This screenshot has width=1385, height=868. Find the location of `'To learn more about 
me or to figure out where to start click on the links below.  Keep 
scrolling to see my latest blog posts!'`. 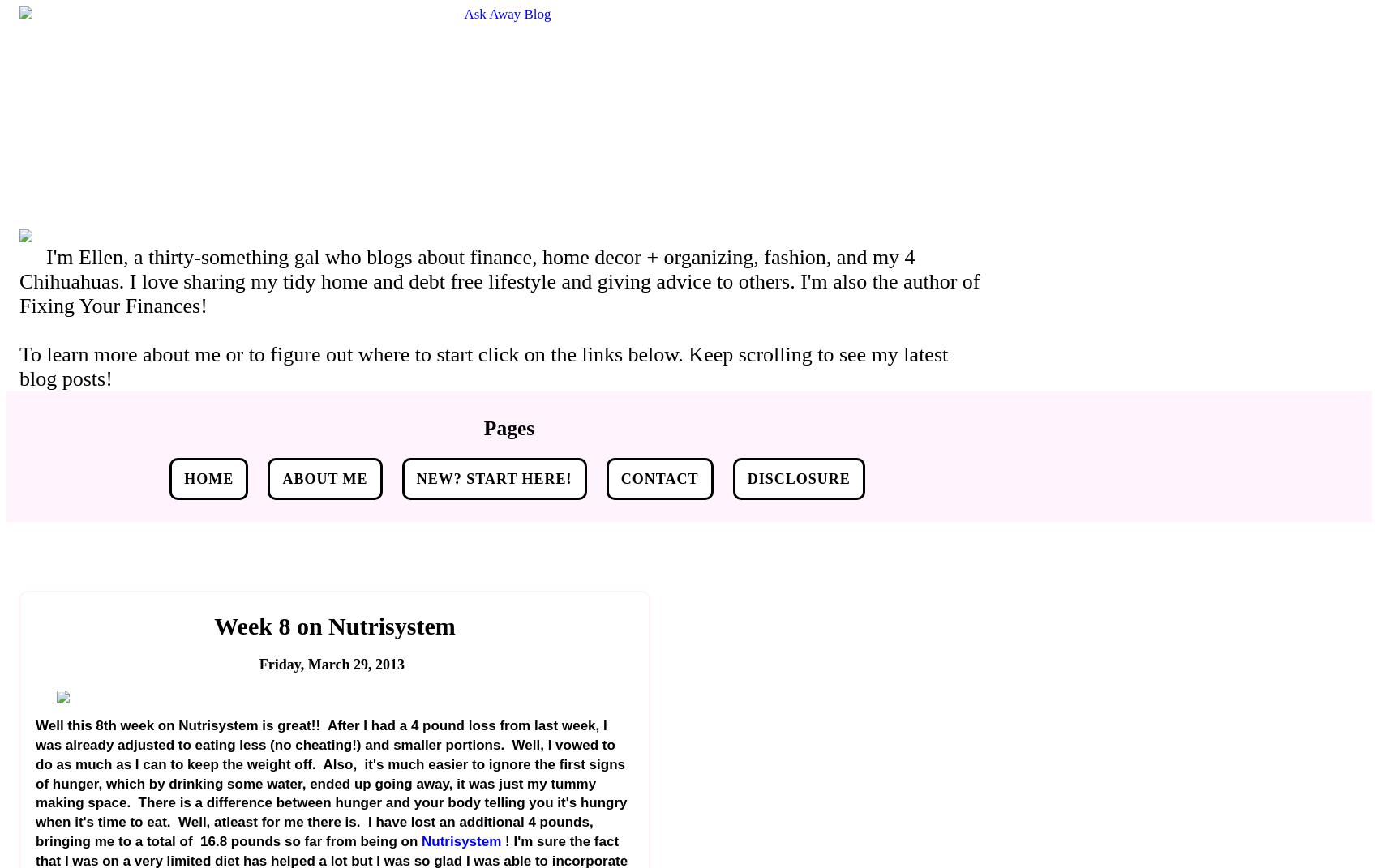

'To learn more about 
me or to figure out where to start click on the links below.  Keep 
scrolling to see my latest blog posts!' is located at coordinates (19, 366).